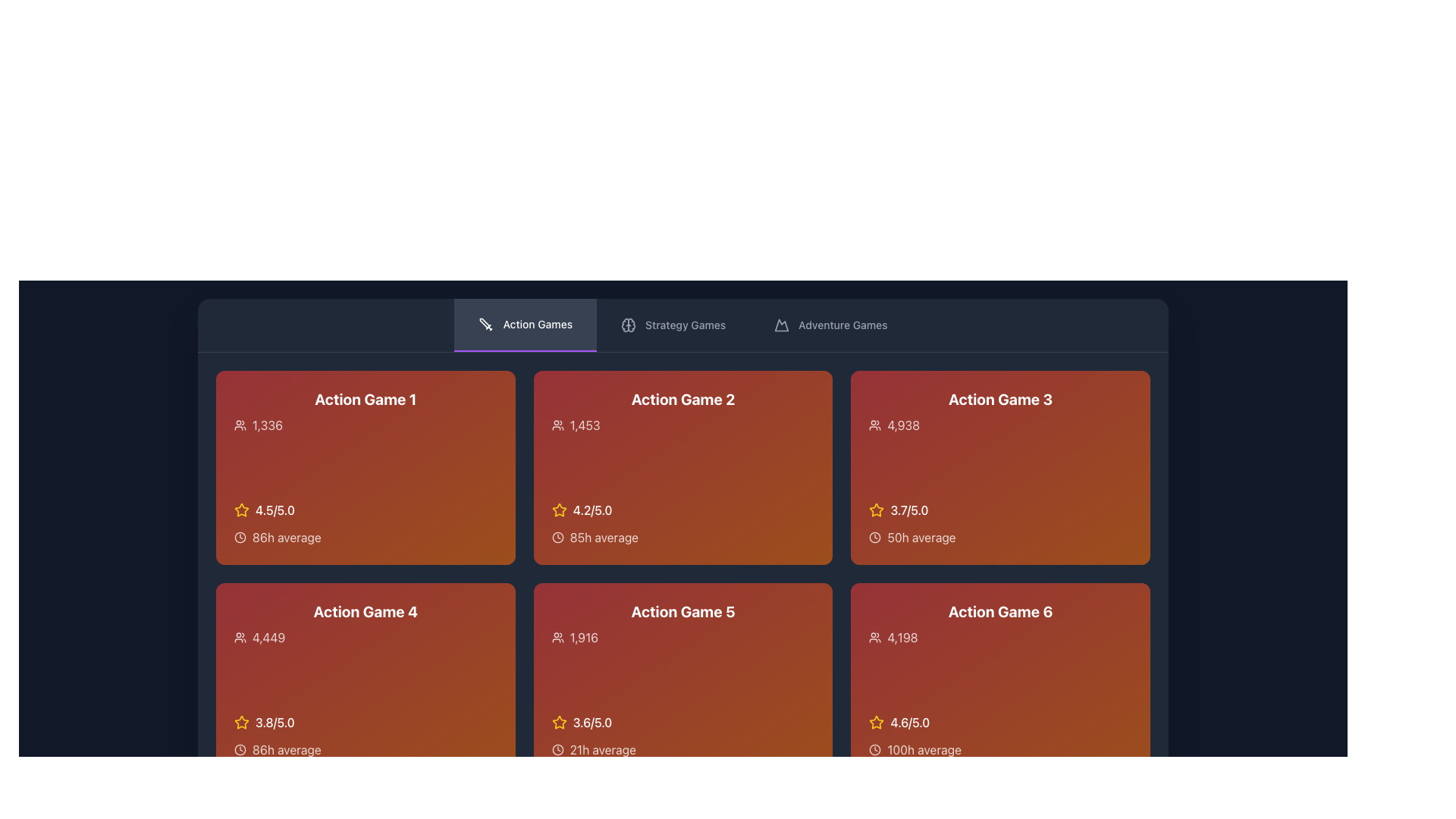 This screenshot has height=819, width=1456. I want to click on the appearance of the informational icon related to average hours next to the text '50h average' in the content card for 'Action Game 3', so click(875, 537).